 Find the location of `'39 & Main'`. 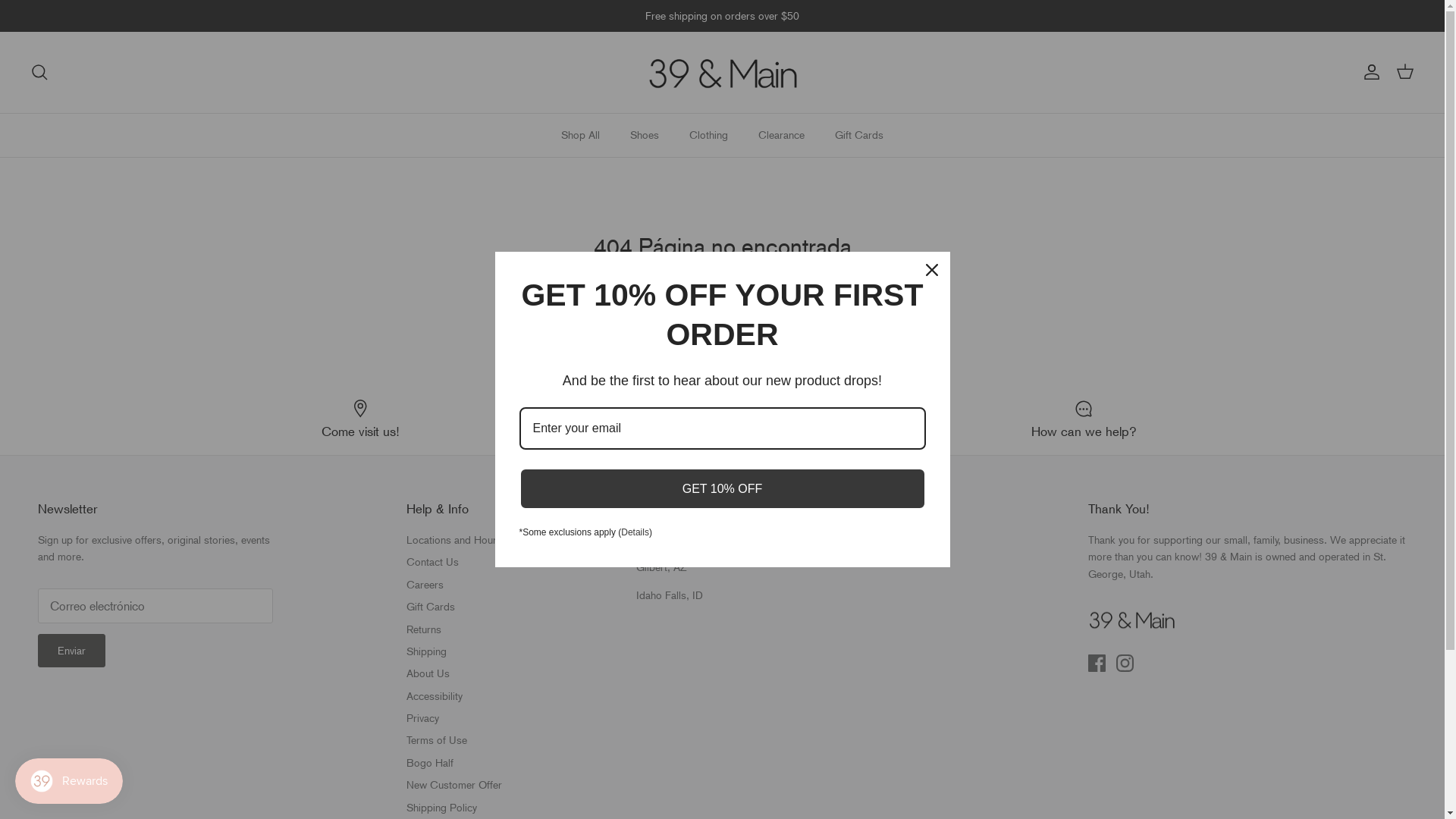

'39 & Main' is located at coordinates (720, 72).